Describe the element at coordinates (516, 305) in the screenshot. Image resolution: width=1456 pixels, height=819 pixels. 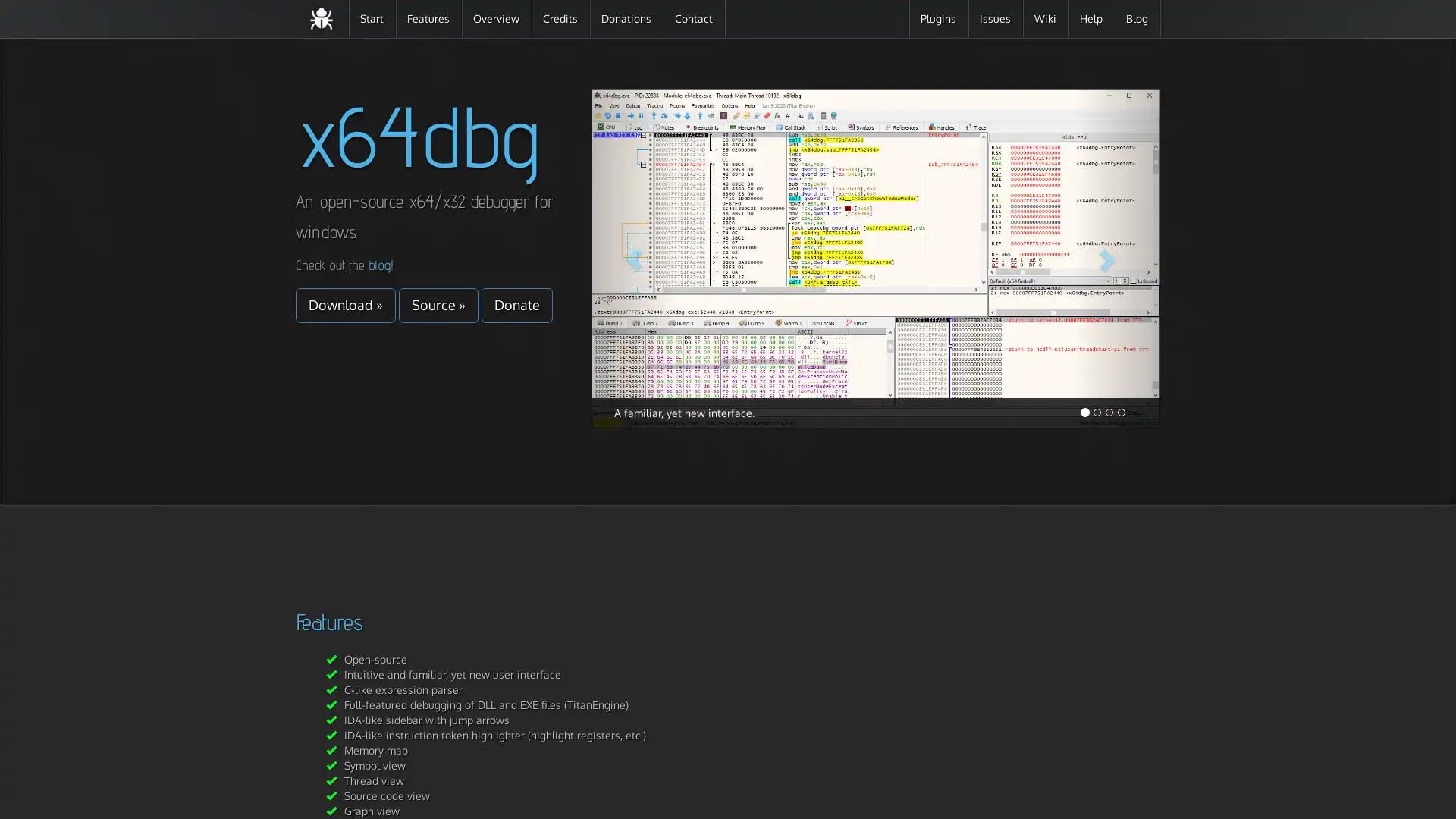
I see `Donate` at that location.